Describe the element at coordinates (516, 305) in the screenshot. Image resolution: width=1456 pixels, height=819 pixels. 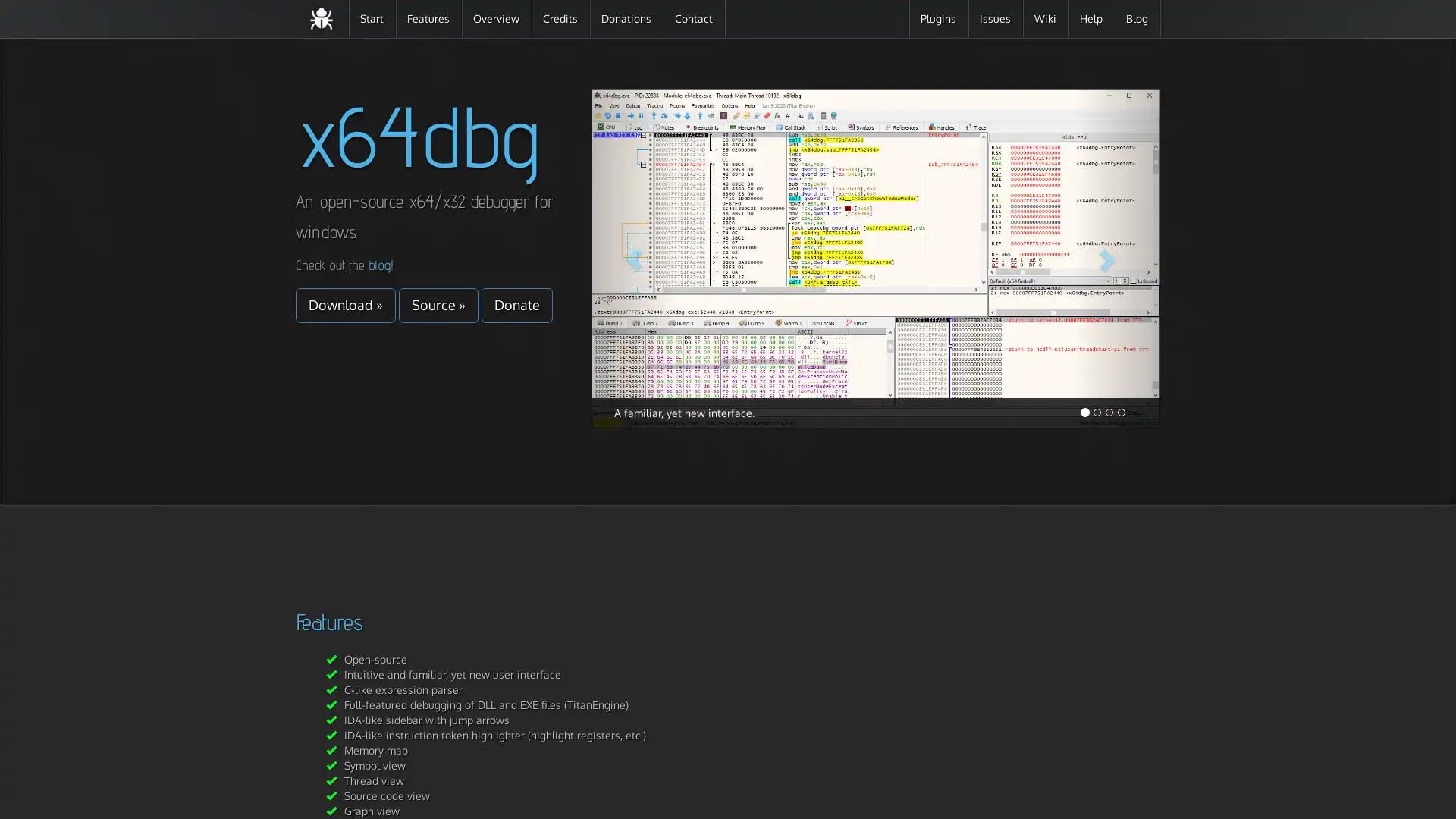
I see `Donate` at that location.